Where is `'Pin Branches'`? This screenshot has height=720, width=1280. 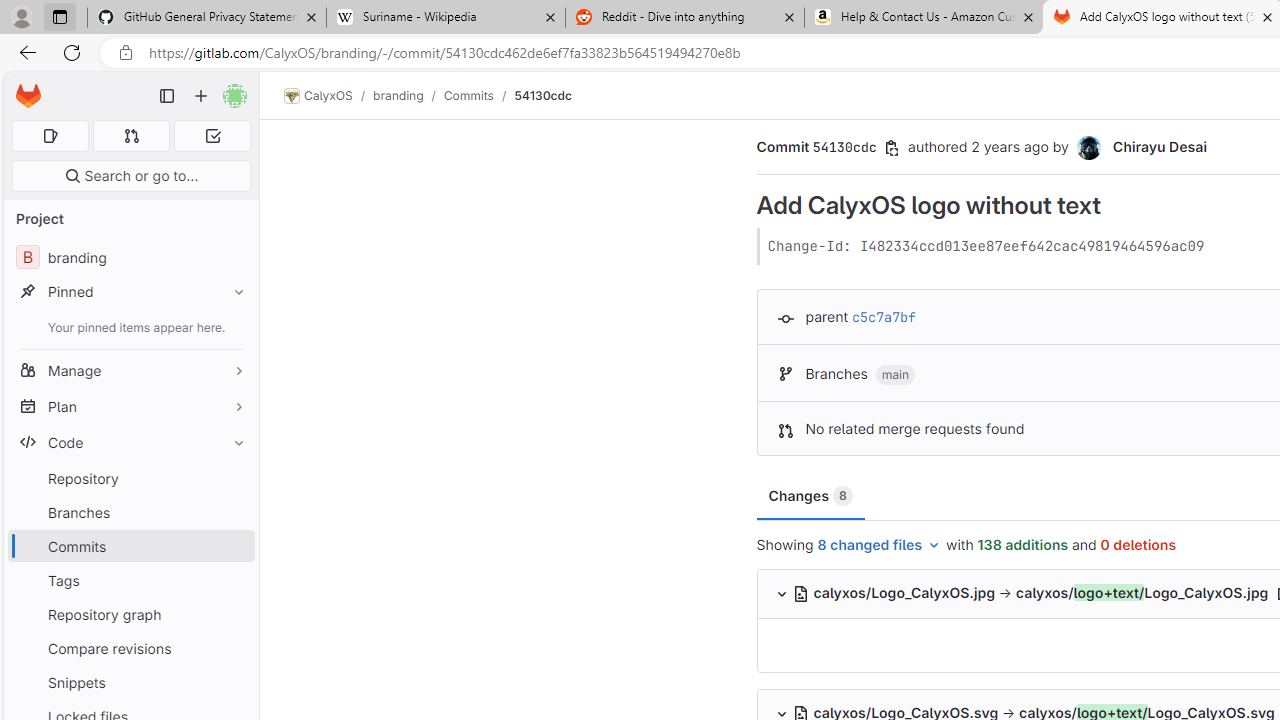
'Pin Branches' is located at coordinates (234, 511).